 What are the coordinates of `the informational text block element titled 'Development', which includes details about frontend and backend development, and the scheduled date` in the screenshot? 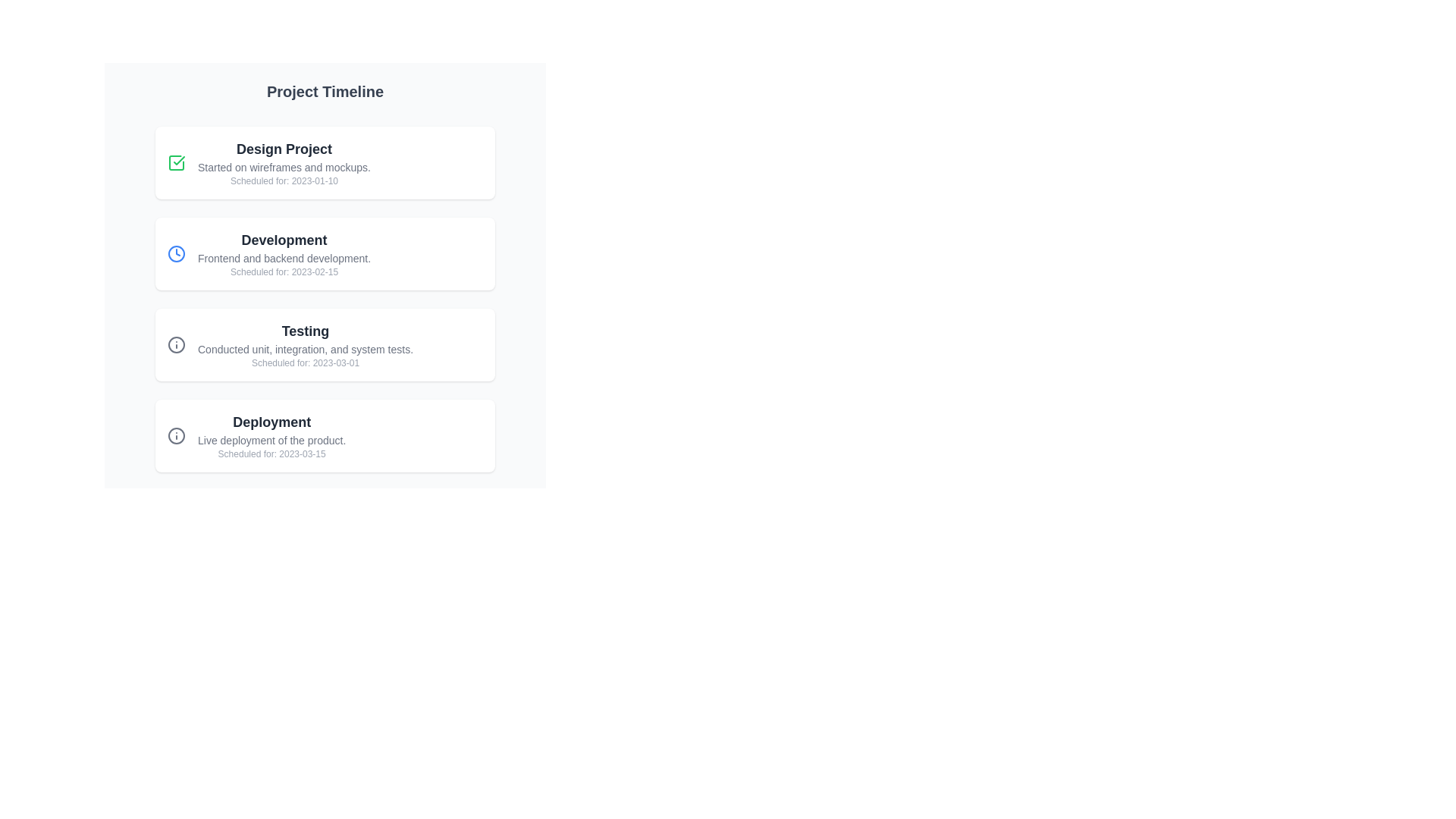 It's located at (284, 253).